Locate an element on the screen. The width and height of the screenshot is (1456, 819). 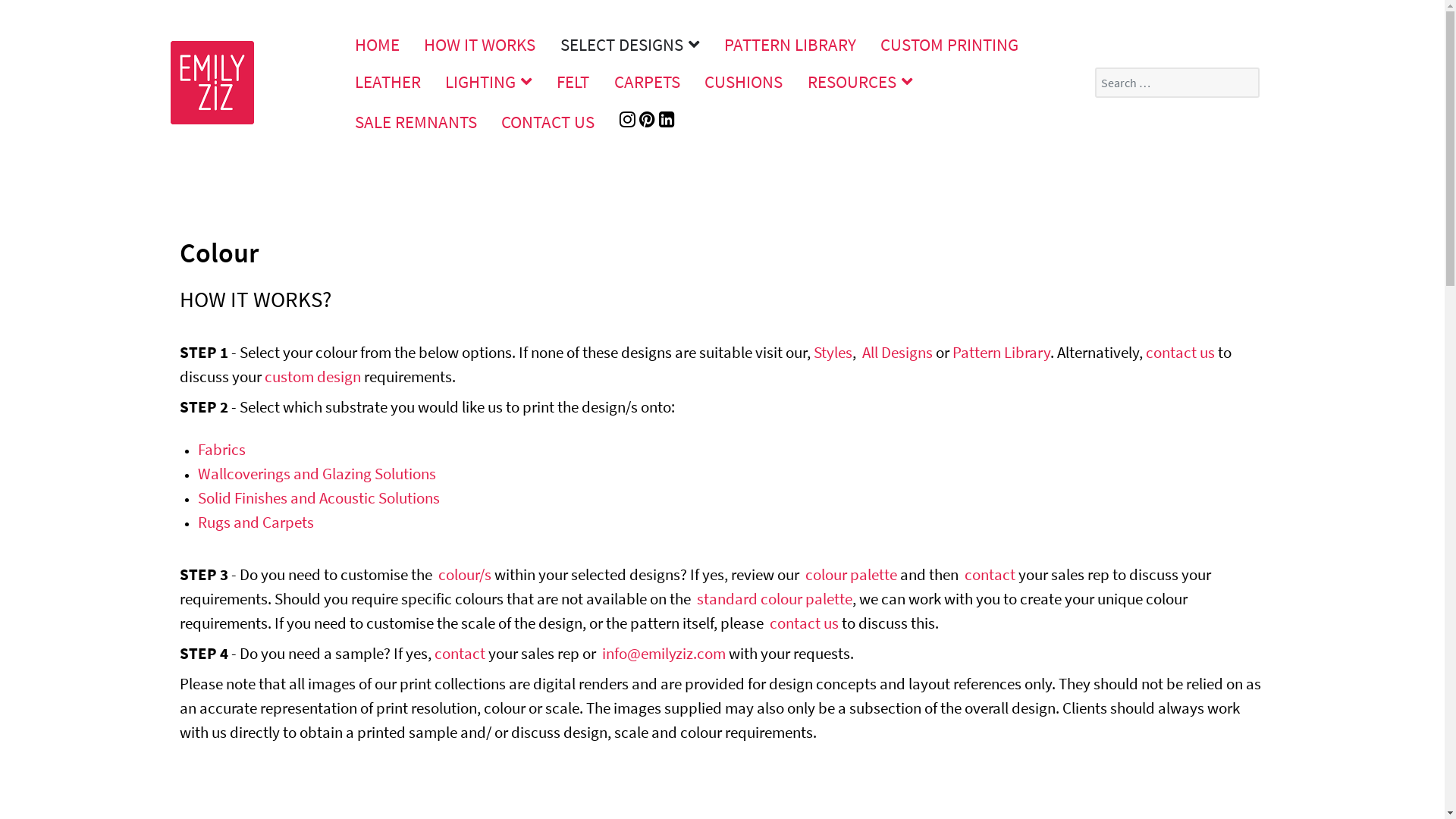
'info@emilyziz.com' is located at coordinates (664, 652).